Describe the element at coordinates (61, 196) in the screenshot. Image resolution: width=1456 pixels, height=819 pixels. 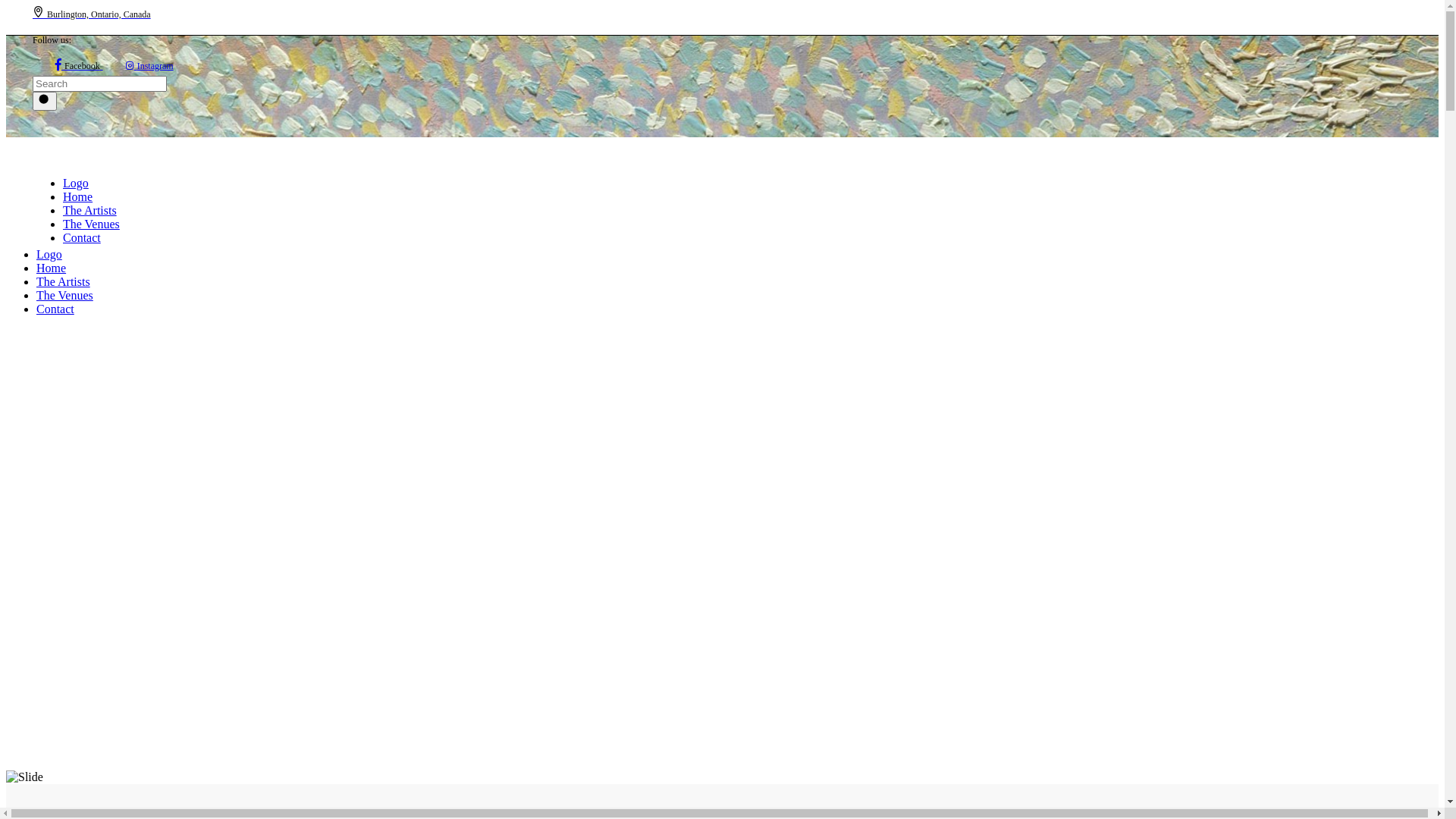
I see `'Home'` at that location.